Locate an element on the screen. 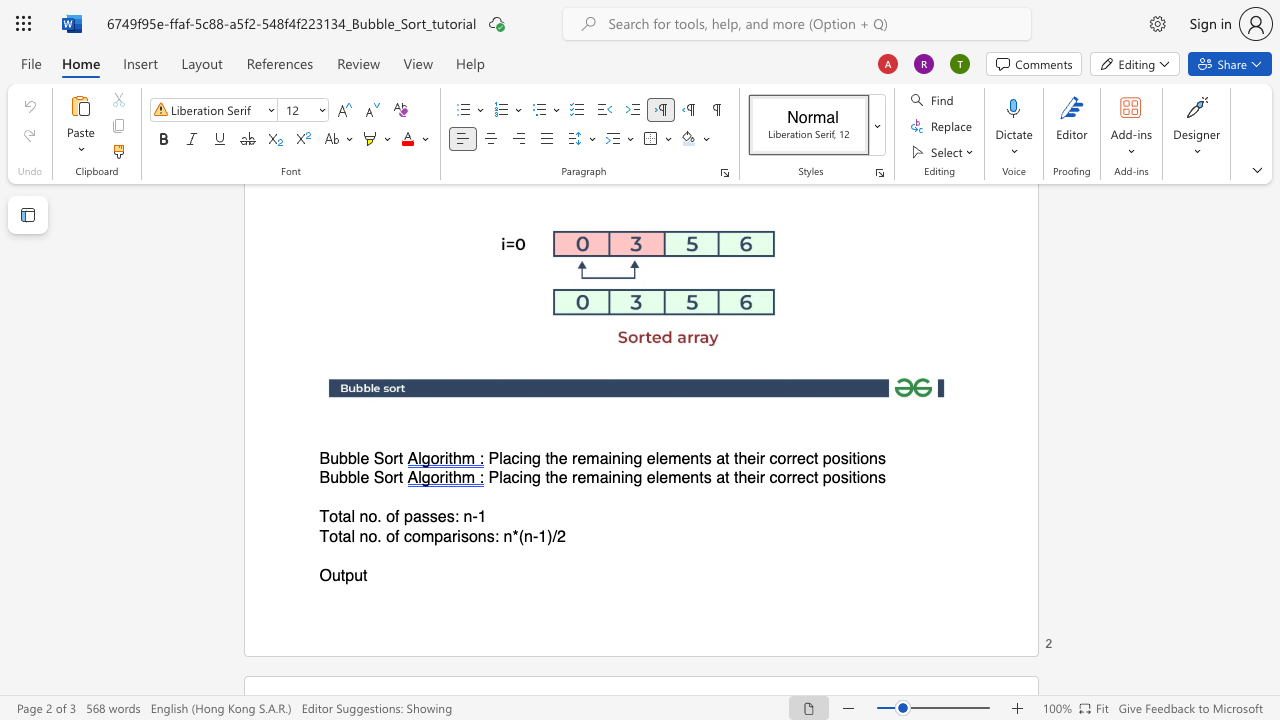 This screenshot has width=1280, height=720. the 2th character "a" in the text is located at coordinates (416, 516).